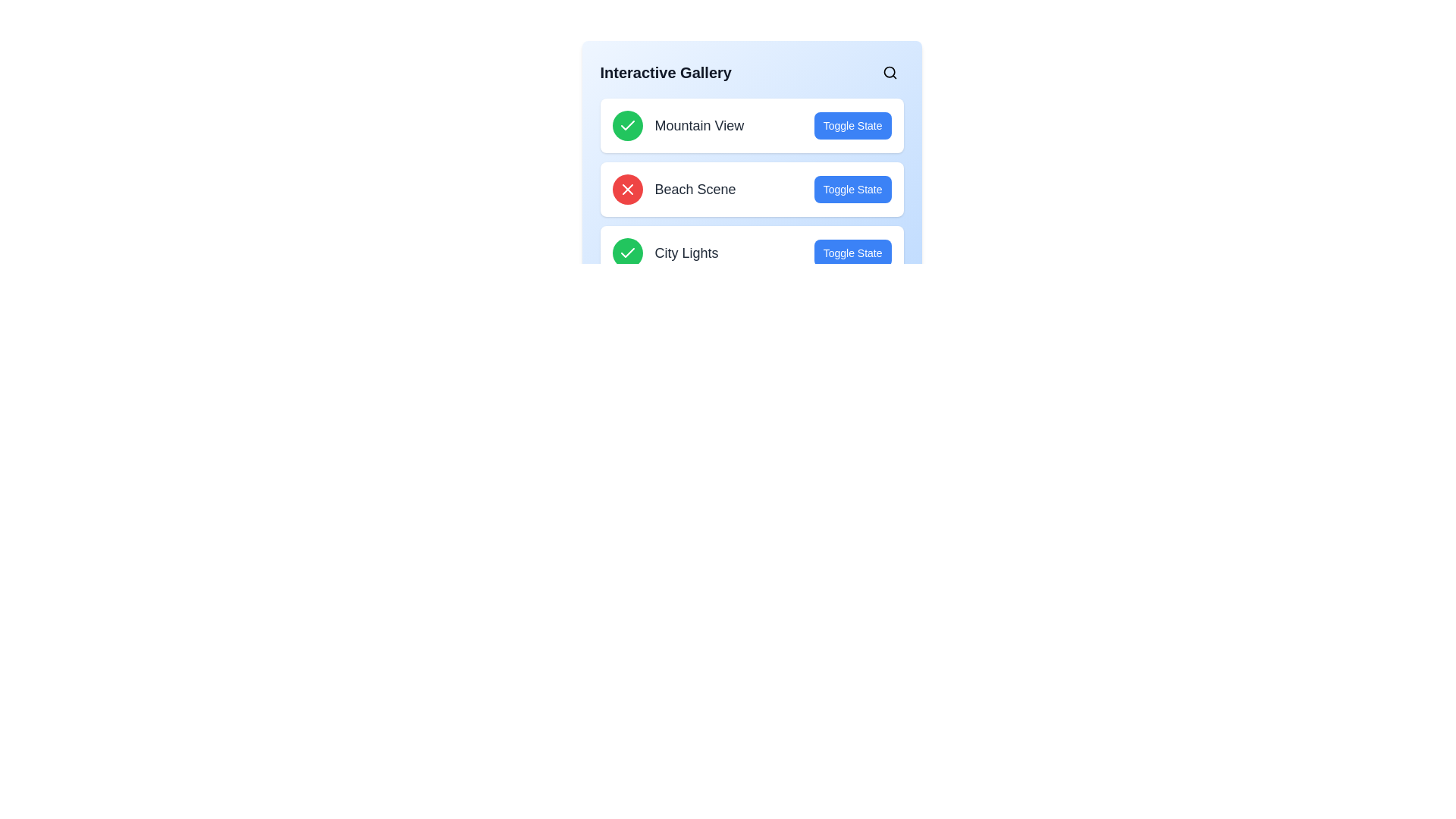  Describe the element at coordinates (852, 124) in the screenshot. I see `'Toggle State' button for the item labeled Mountain View` at that location.